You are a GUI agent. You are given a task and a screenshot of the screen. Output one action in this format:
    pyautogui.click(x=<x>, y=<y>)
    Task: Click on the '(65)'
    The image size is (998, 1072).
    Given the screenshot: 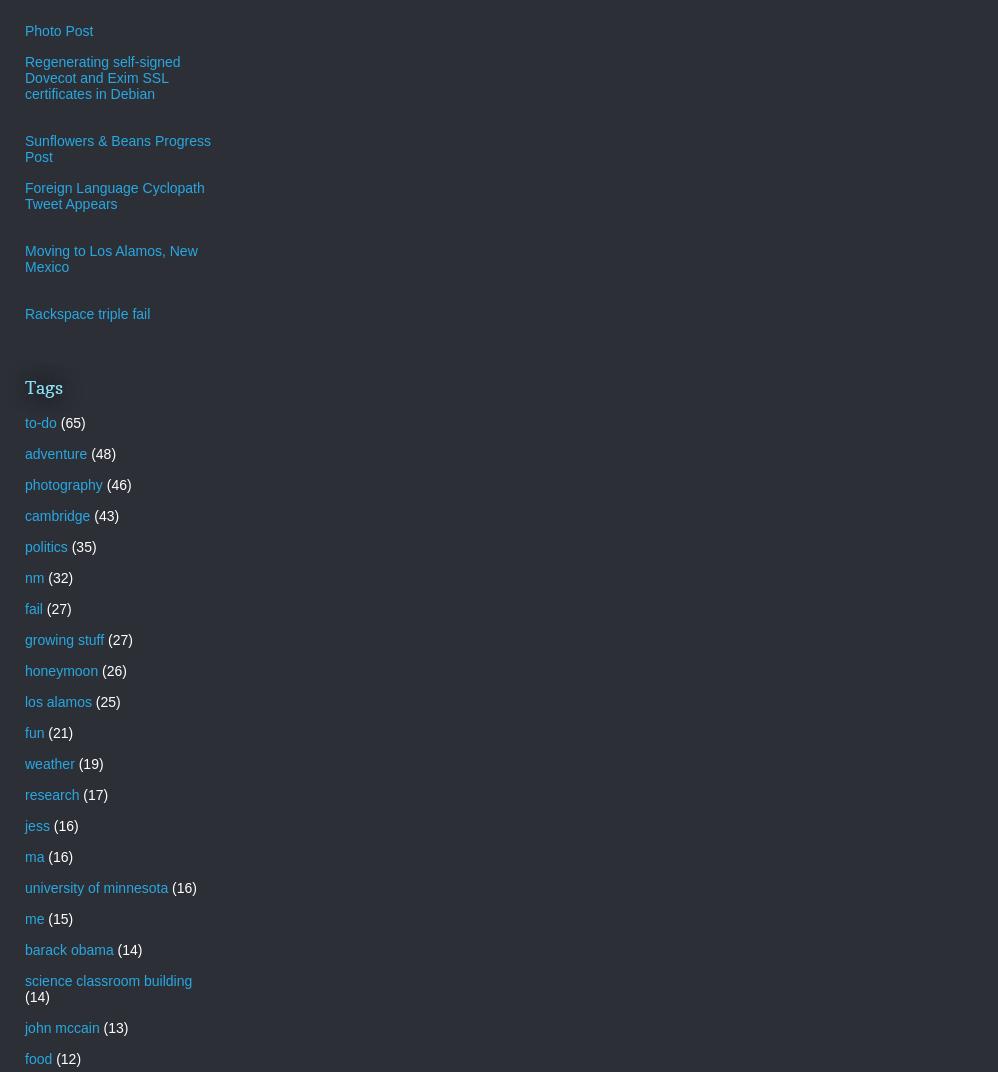 What is the action you would take?
    pyautogui.click(x=71, y=421)
    